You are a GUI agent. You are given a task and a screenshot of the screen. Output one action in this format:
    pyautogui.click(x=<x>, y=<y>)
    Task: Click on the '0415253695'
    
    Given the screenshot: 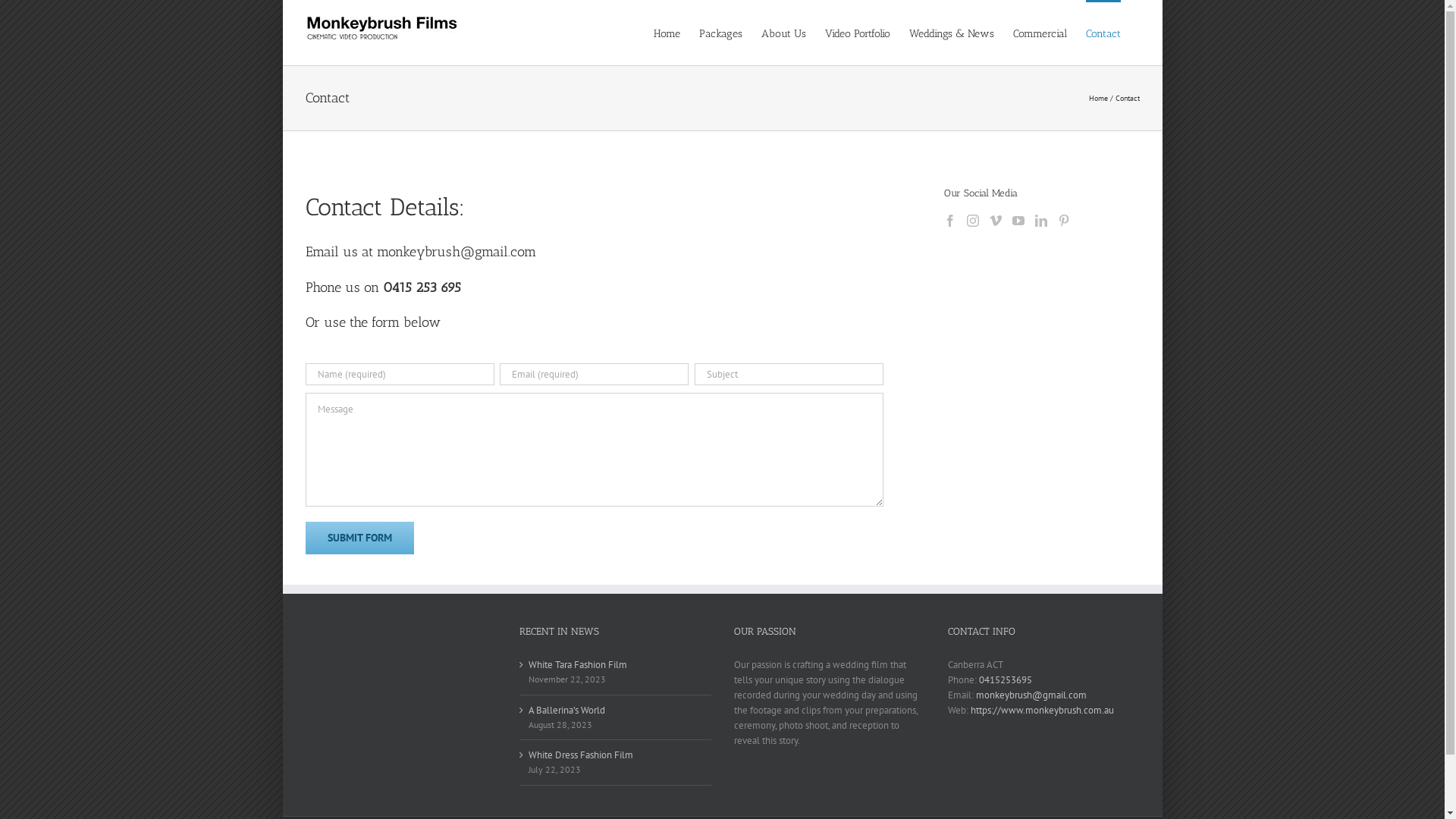 What is the action you would take?
    pyautogui.click(x=1005, y=679)
    